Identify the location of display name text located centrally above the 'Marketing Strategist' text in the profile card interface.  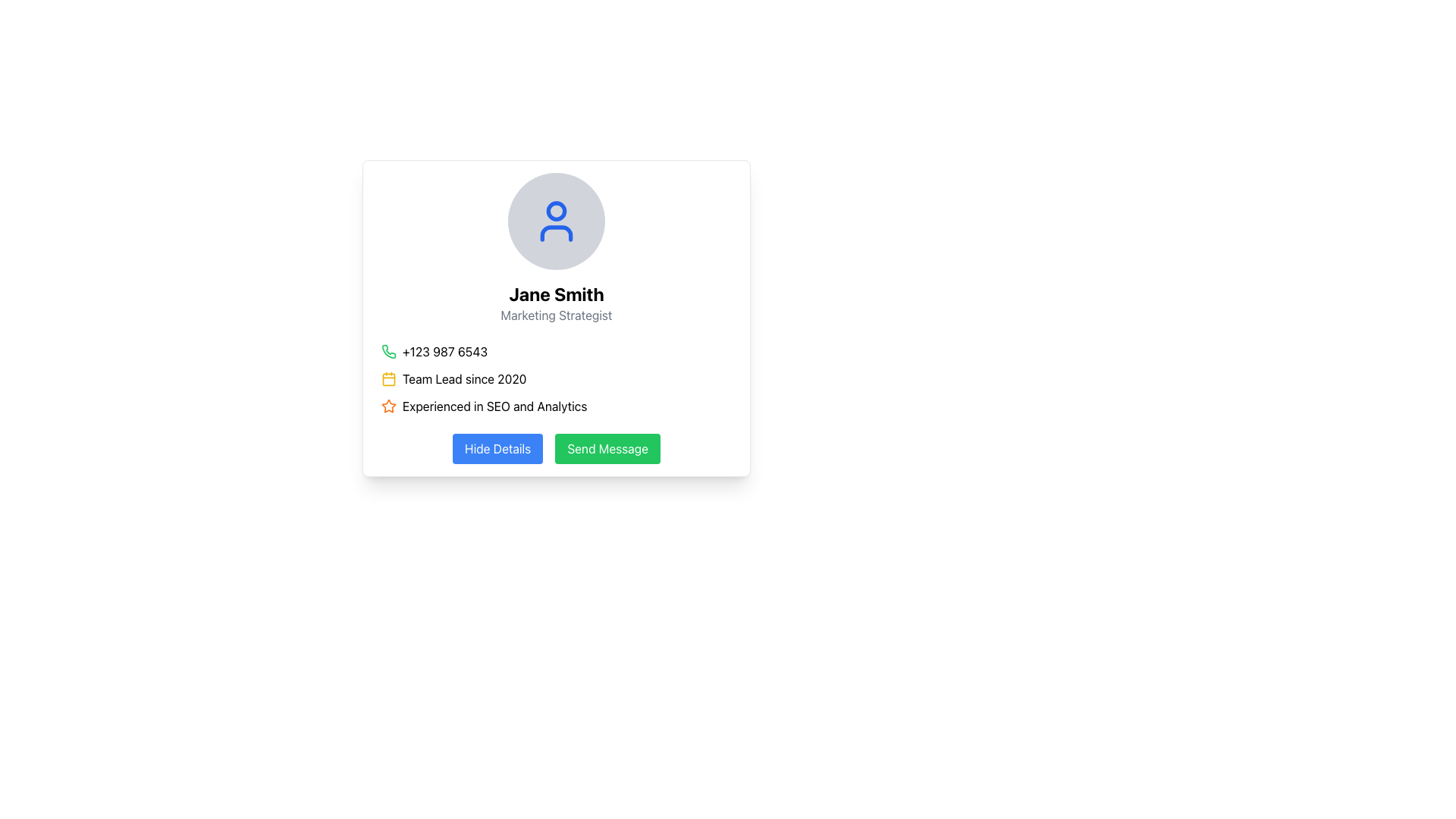
(556, 294).